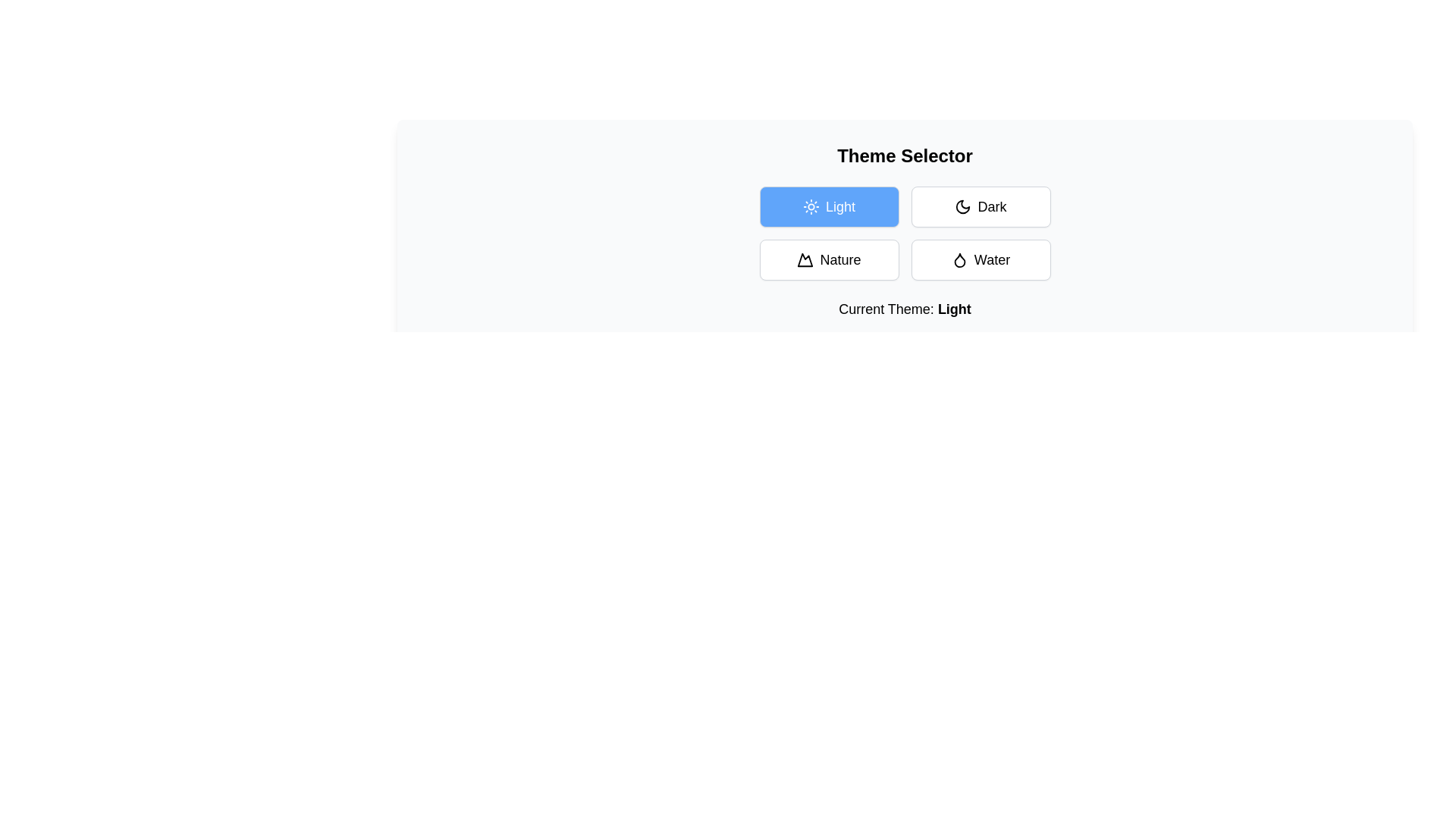 The height and width of the screenshot is (819, 1456). Describe the element at coordinates (828, 207) in the screenshot. I see `the 'Light' theme toggle button to observe its hover effects` at that location.